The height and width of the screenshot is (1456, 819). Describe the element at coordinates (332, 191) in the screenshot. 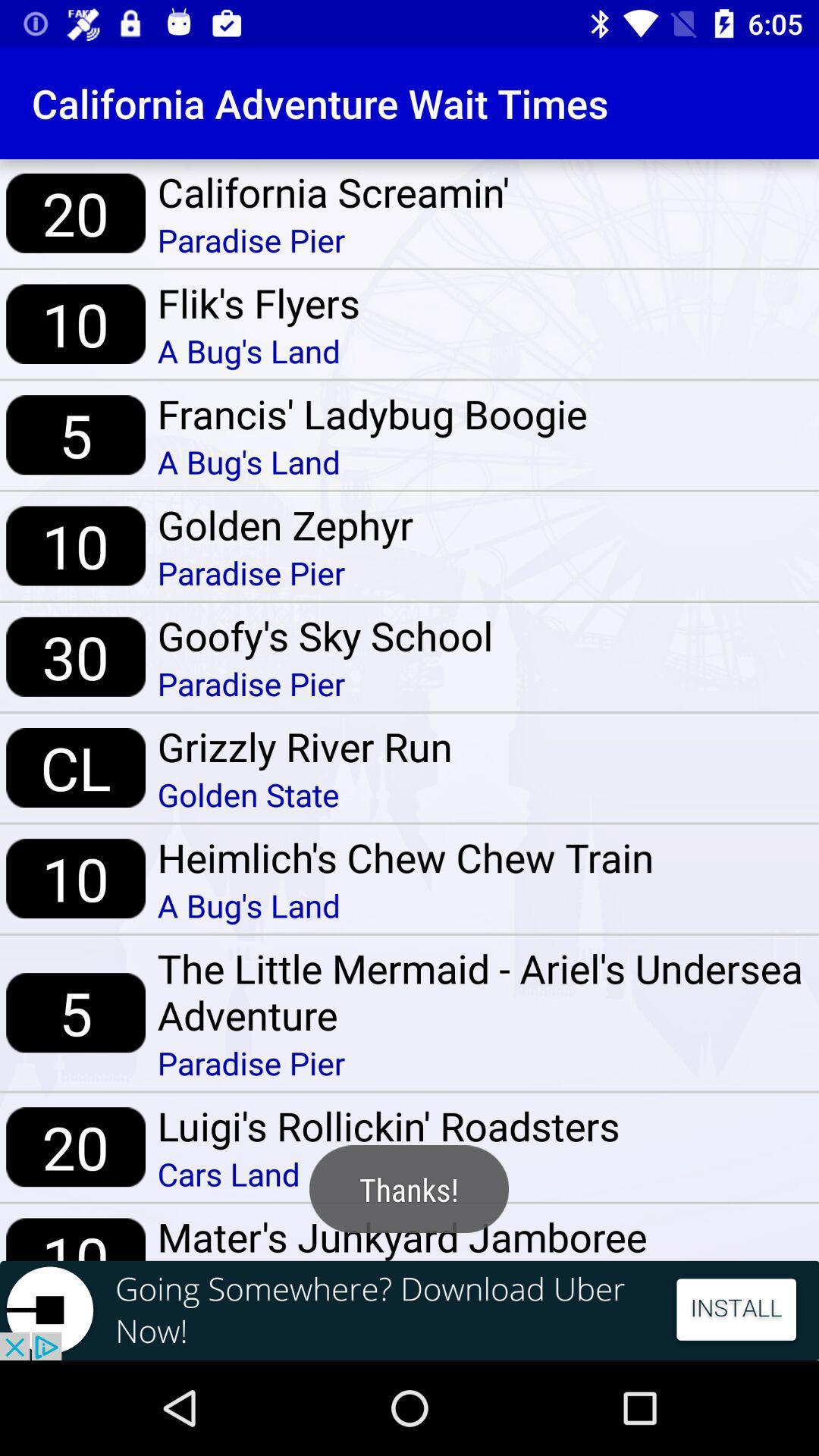

I see `the item next to 20` at that location.